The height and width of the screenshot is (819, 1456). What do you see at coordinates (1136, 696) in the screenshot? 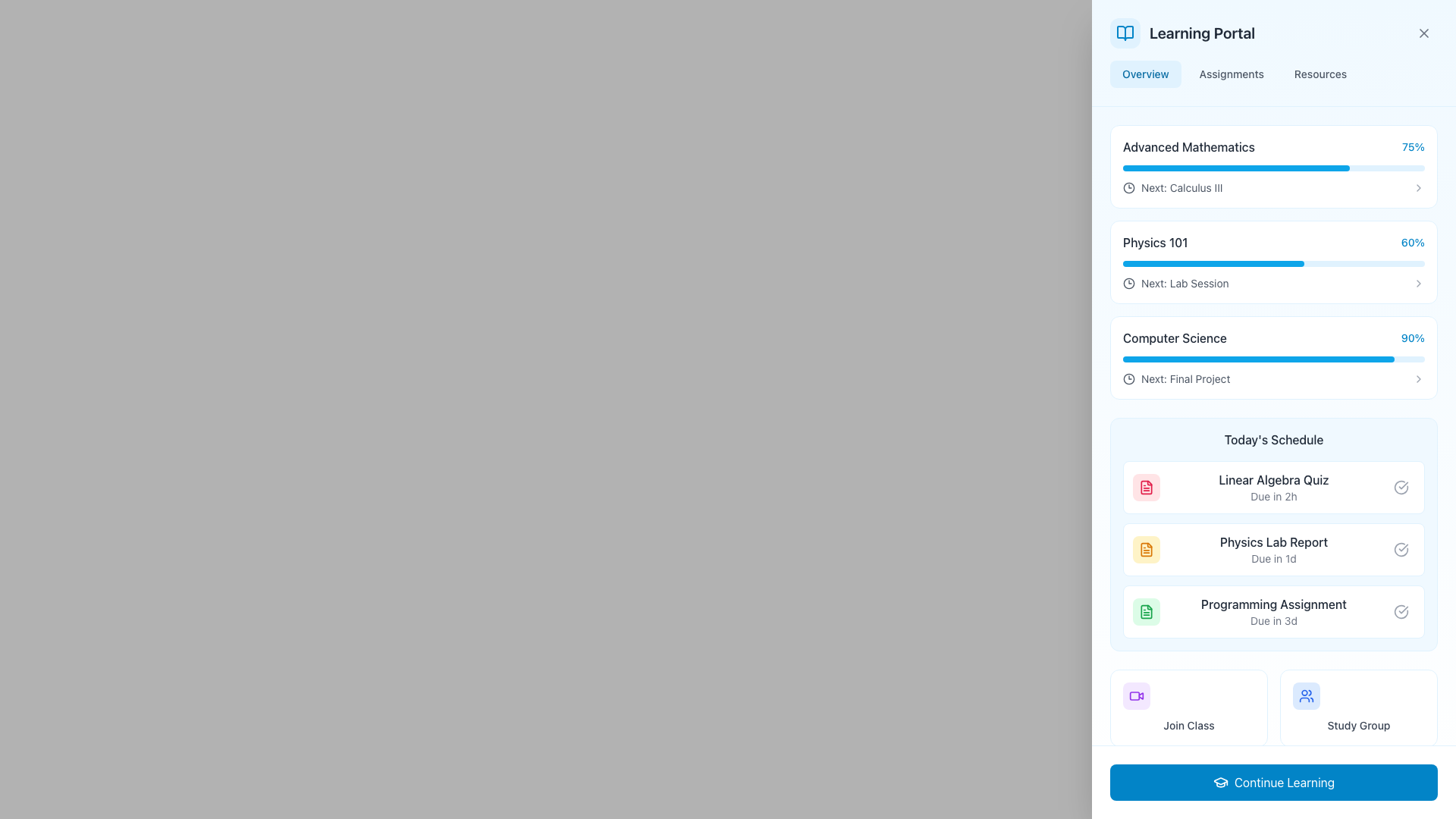
I see `the video conferencing icon button located on the bottom panel of the interface` at bounding box center [1136, 696].